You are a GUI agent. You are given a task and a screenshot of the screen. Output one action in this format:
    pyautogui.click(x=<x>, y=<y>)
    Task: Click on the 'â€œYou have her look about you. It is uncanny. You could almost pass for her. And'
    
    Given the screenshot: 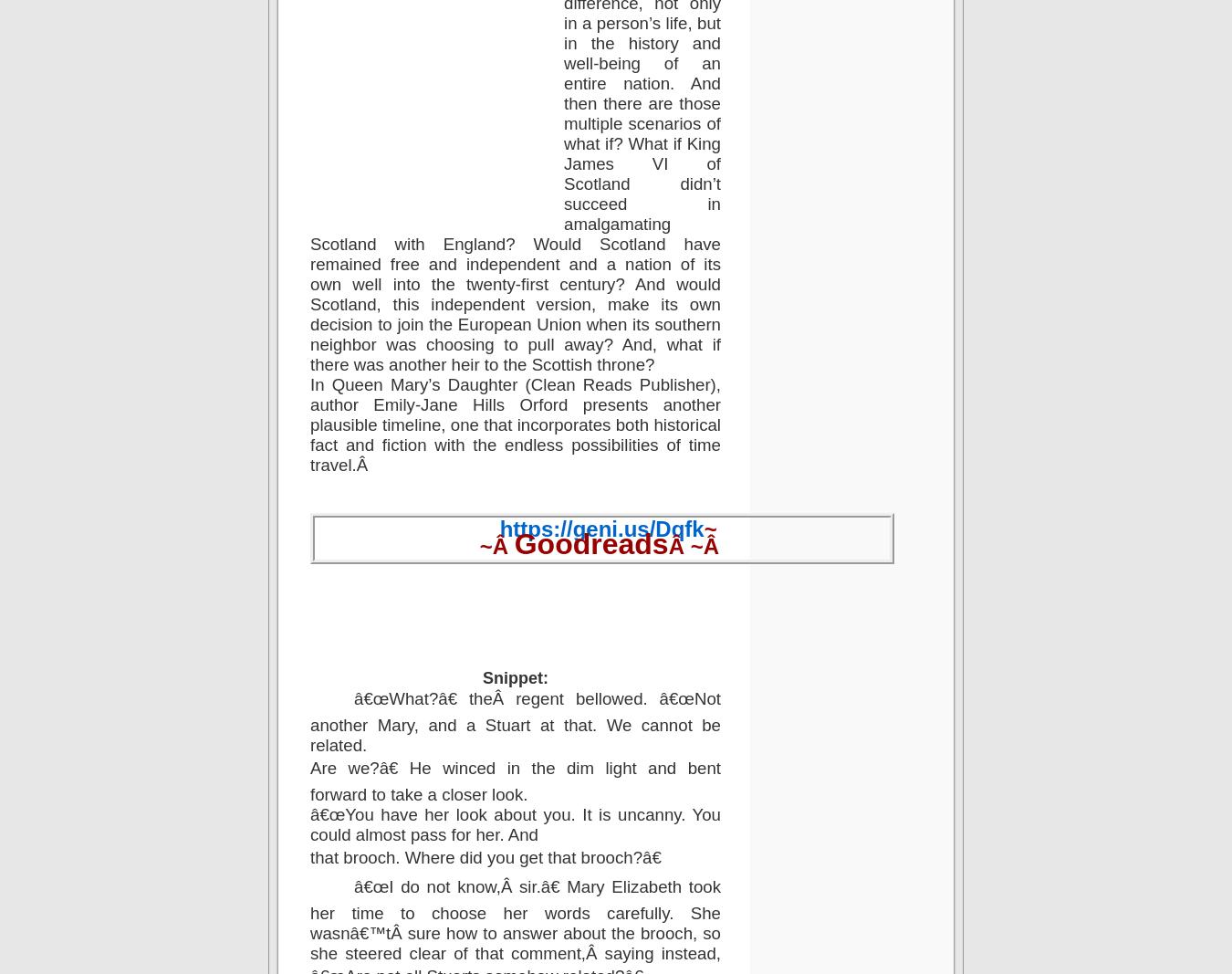 What is the action you would take?
    pyautogui.click(x=310, y=823)
    